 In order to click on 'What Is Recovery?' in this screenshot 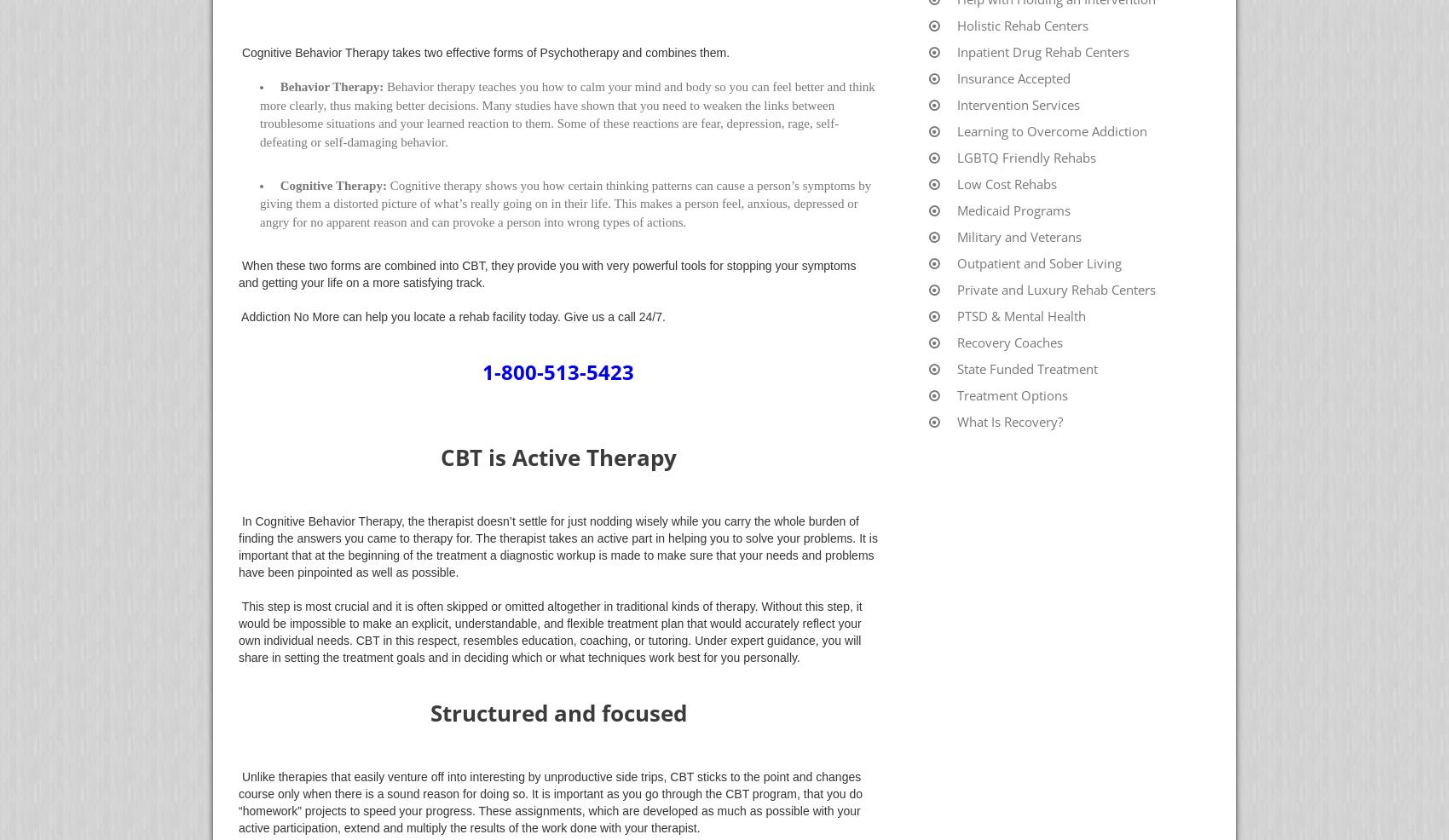, I will do `click(1009, 420)`.